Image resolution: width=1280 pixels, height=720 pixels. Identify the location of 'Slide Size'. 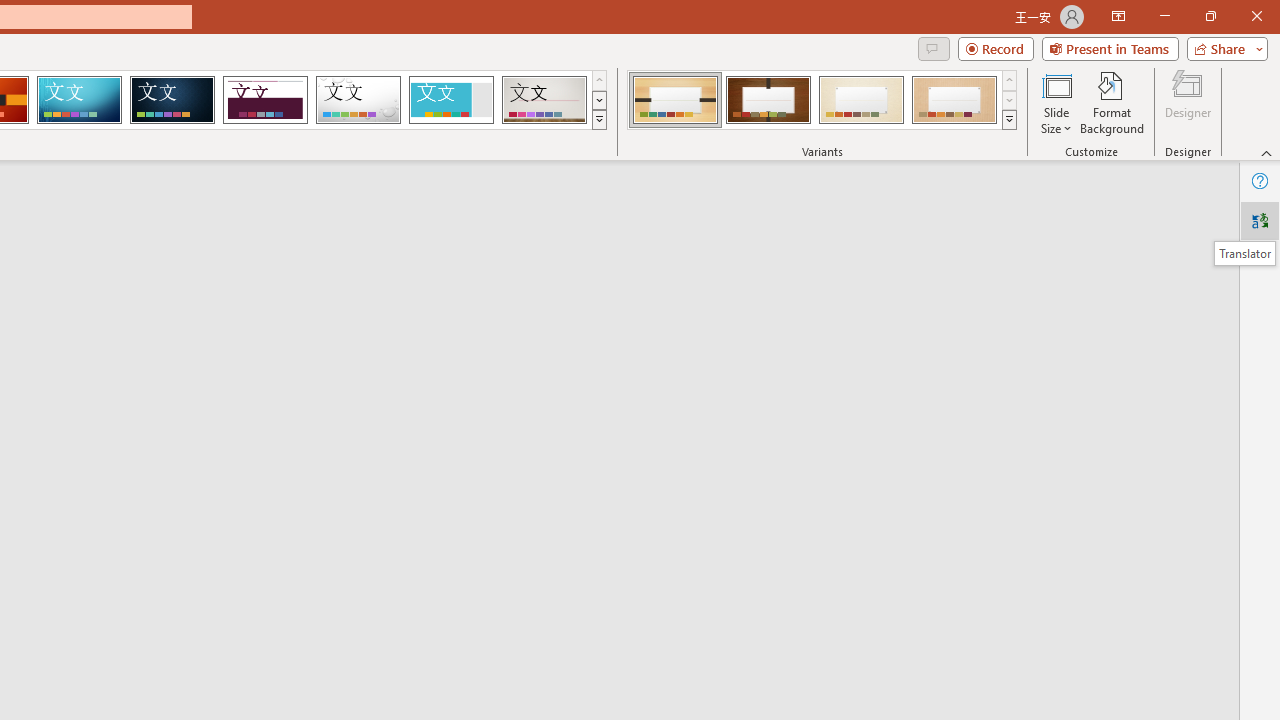
(1055, 103).